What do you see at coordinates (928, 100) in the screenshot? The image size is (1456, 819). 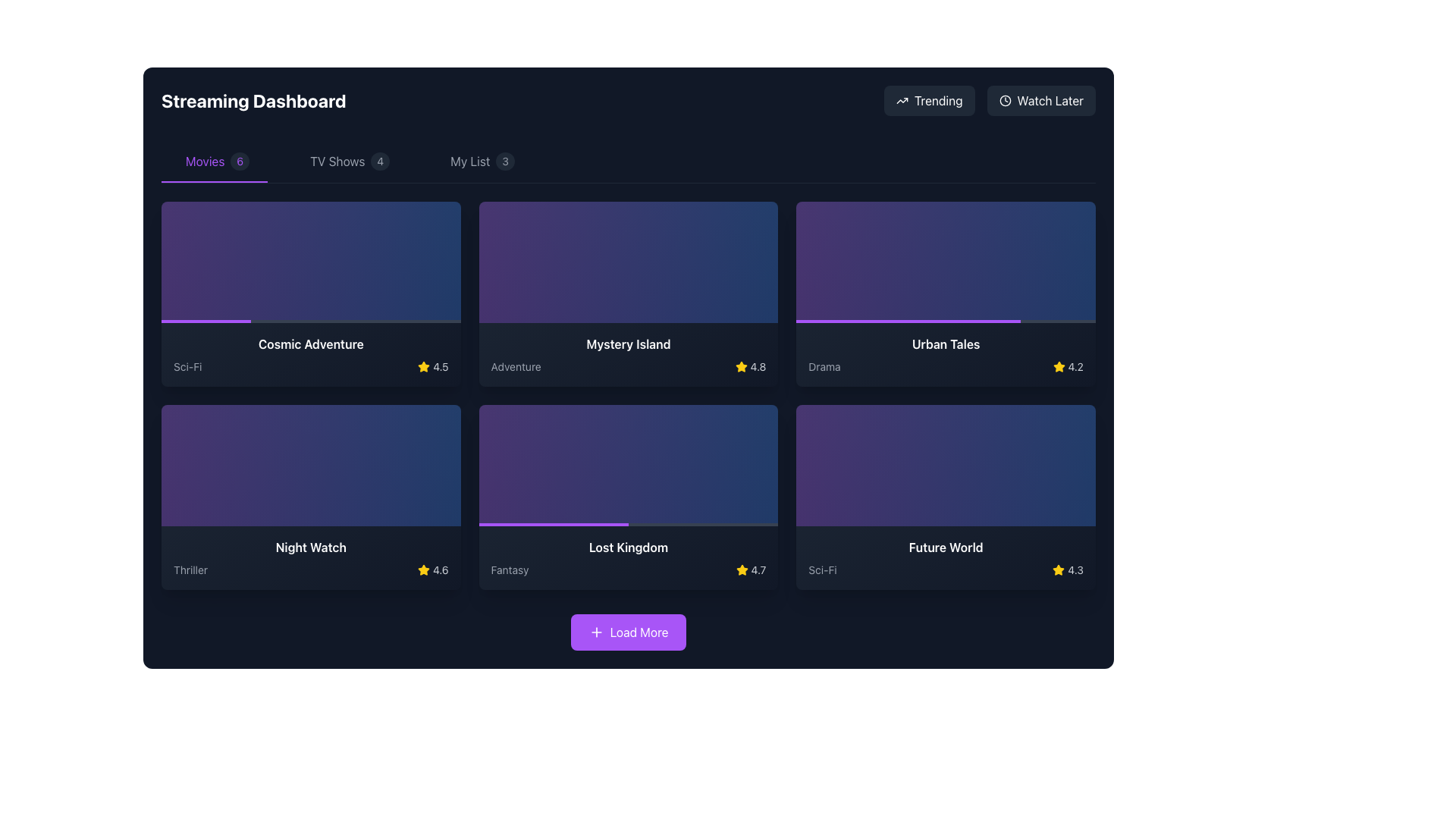 I see `the 'Trending' button located in the top-right navigation bar, which features a line graph icon and the label 'Trending' in white font` at bounding box center [928, 100].